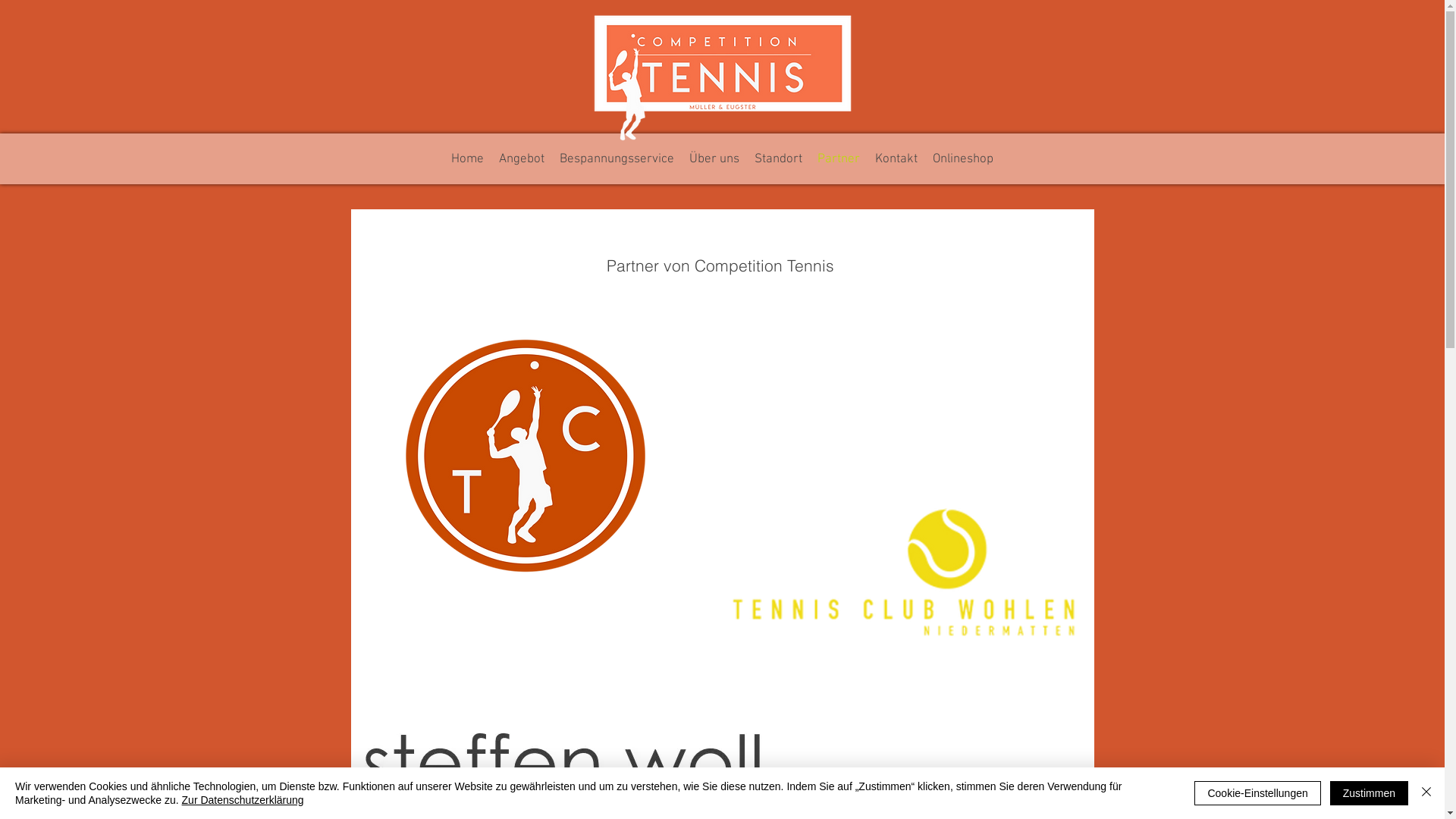  What do you see at coordinates (551, 158) in the screenshot?
I see `'Bespannungsservice'` at bounding box center [551, 158].